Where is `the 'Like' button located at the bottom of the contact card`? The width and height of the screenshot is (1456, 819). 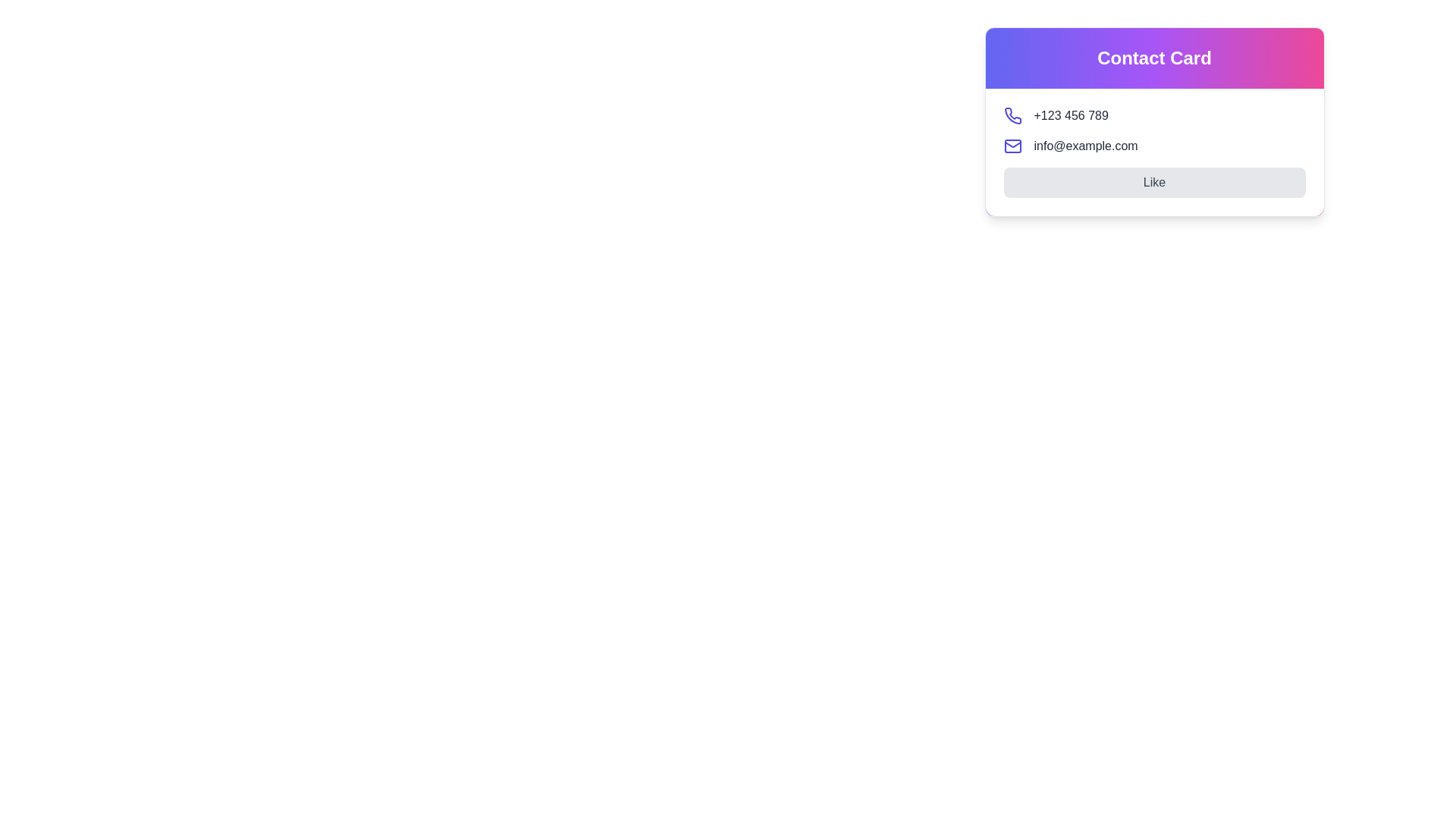
the 'Like' button located at the bottom of the contact card is located at coordinates (1153, 181).